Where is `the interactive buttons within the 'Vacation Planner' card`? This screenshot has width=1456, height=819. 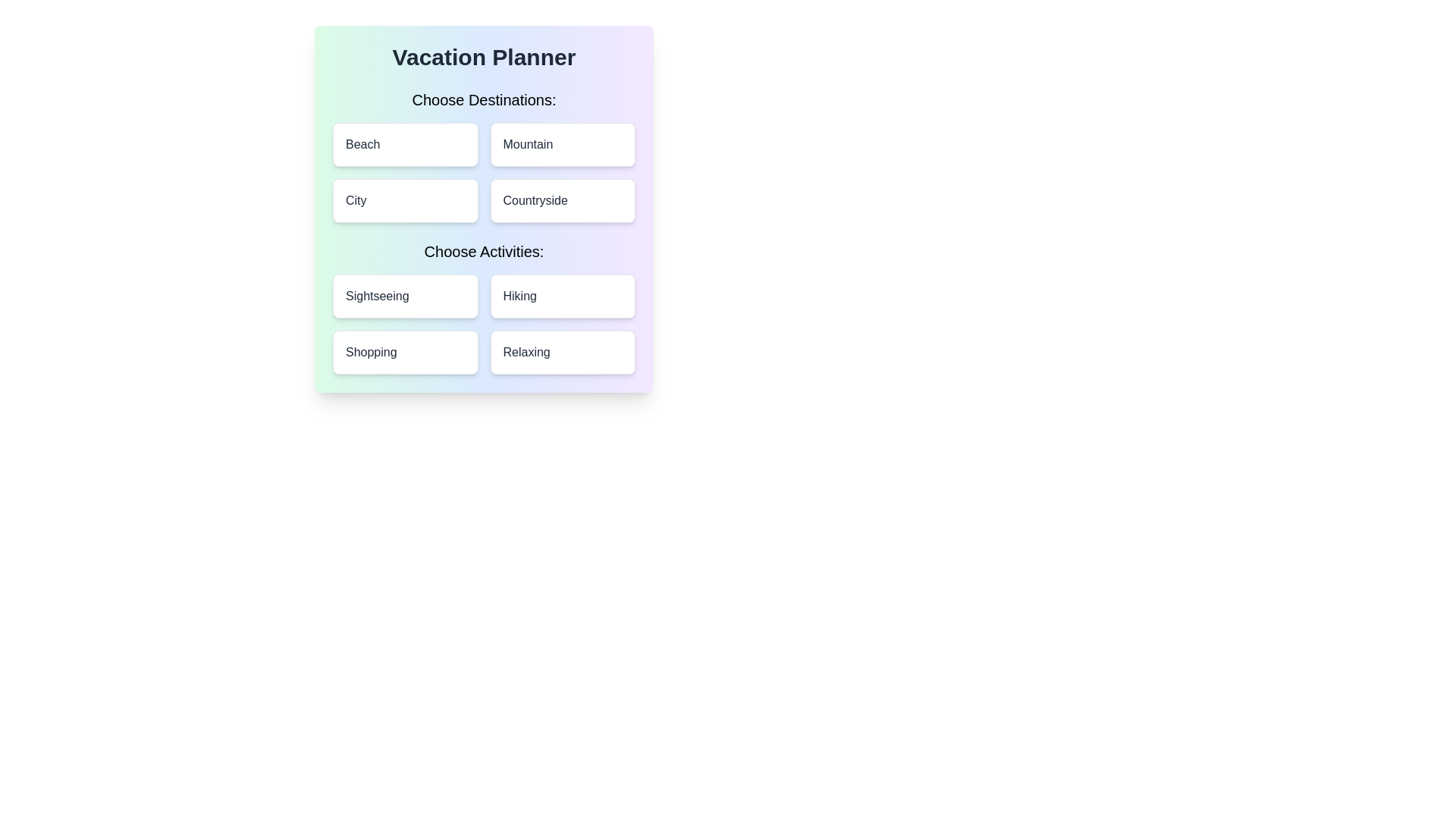 the interactive buttons within the 'Vacation Planner' card is located at coordinates (483, 209).